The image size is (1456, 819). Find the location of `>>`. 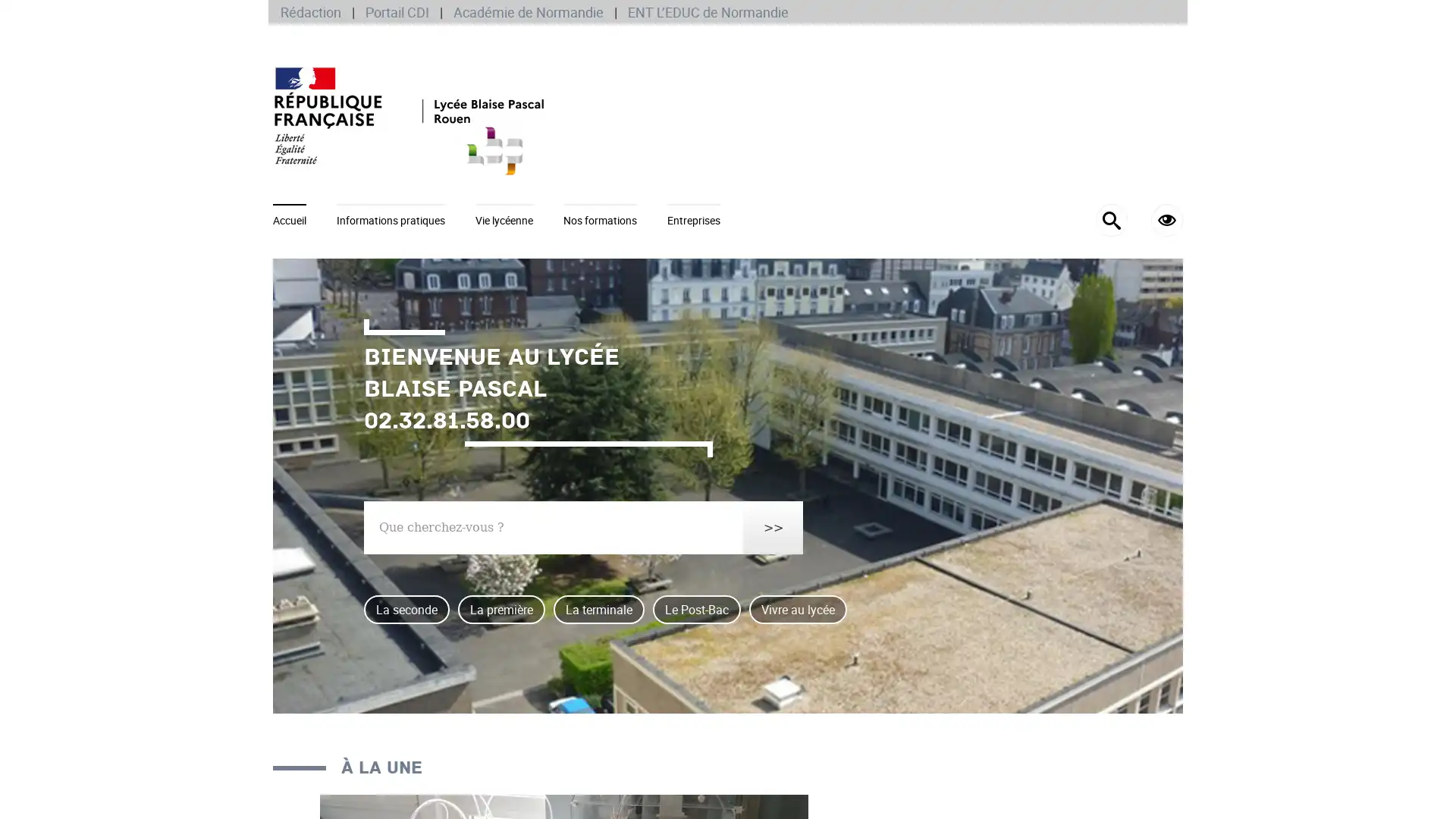

>> is located at coordinates (772, 526).